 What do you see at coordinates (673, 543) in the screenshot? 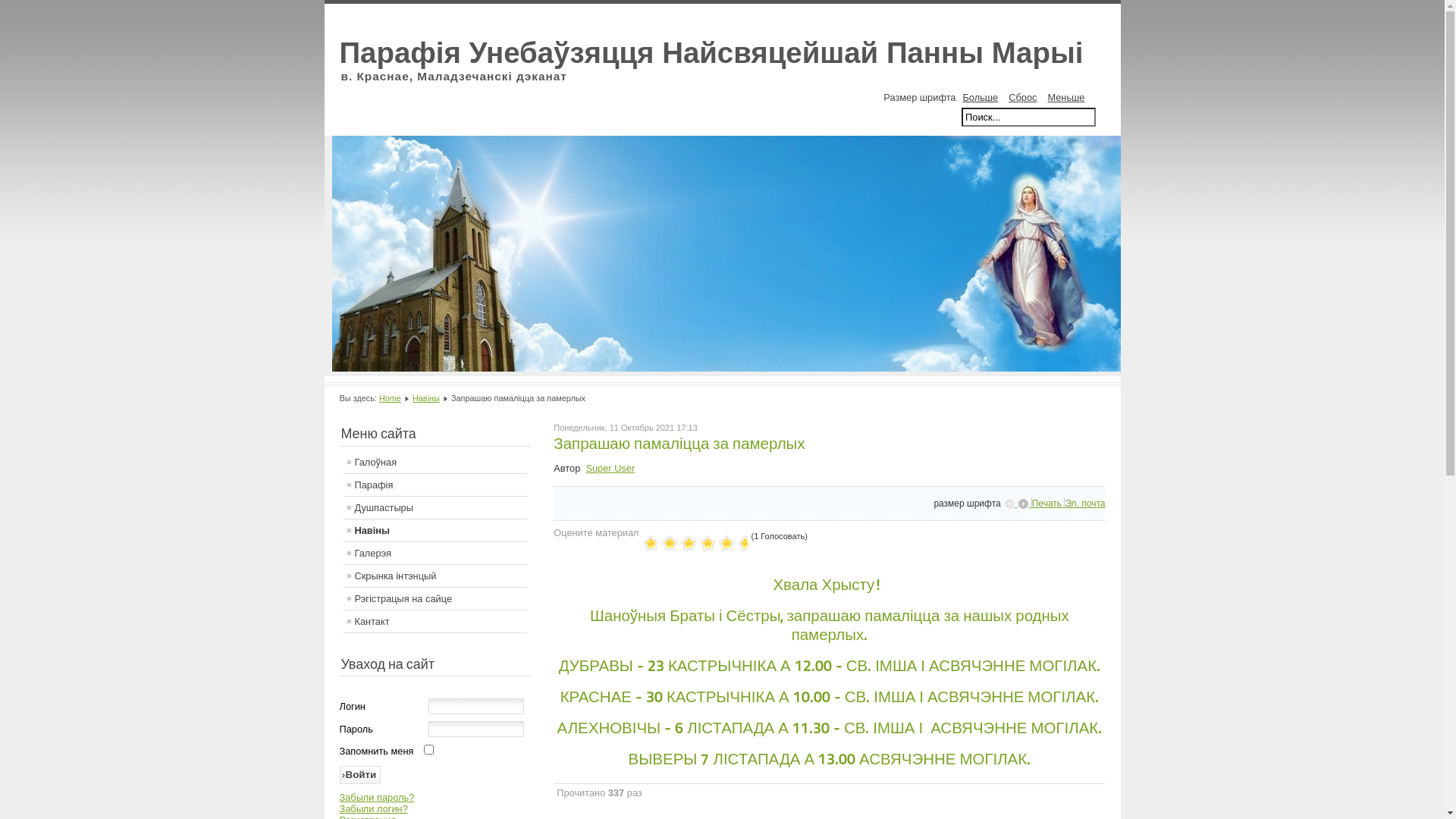
I see `'3'` at bounding box center [673, 543].